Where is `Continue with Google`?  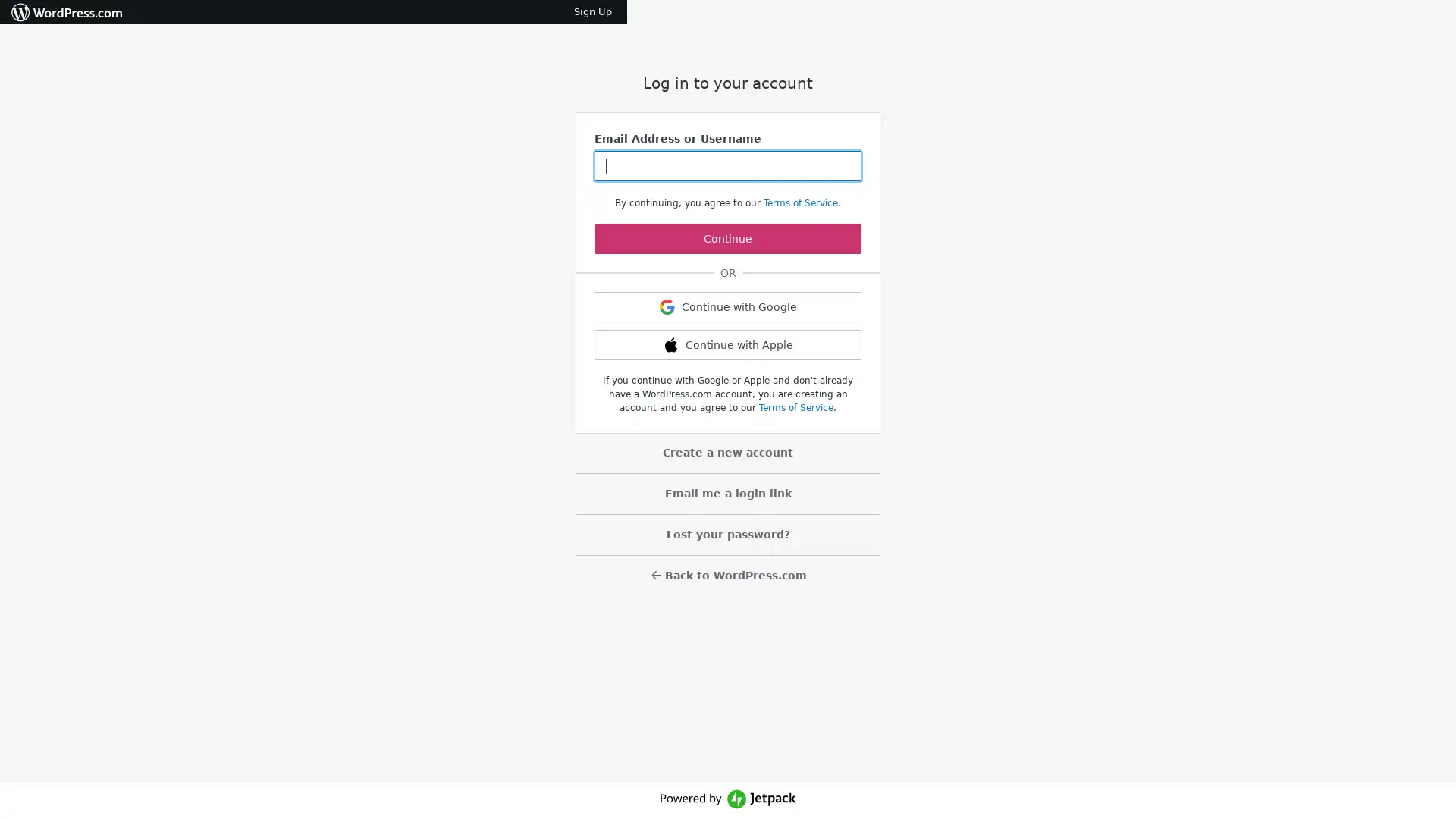 Continue with Google is located at coordinates (728, 307).